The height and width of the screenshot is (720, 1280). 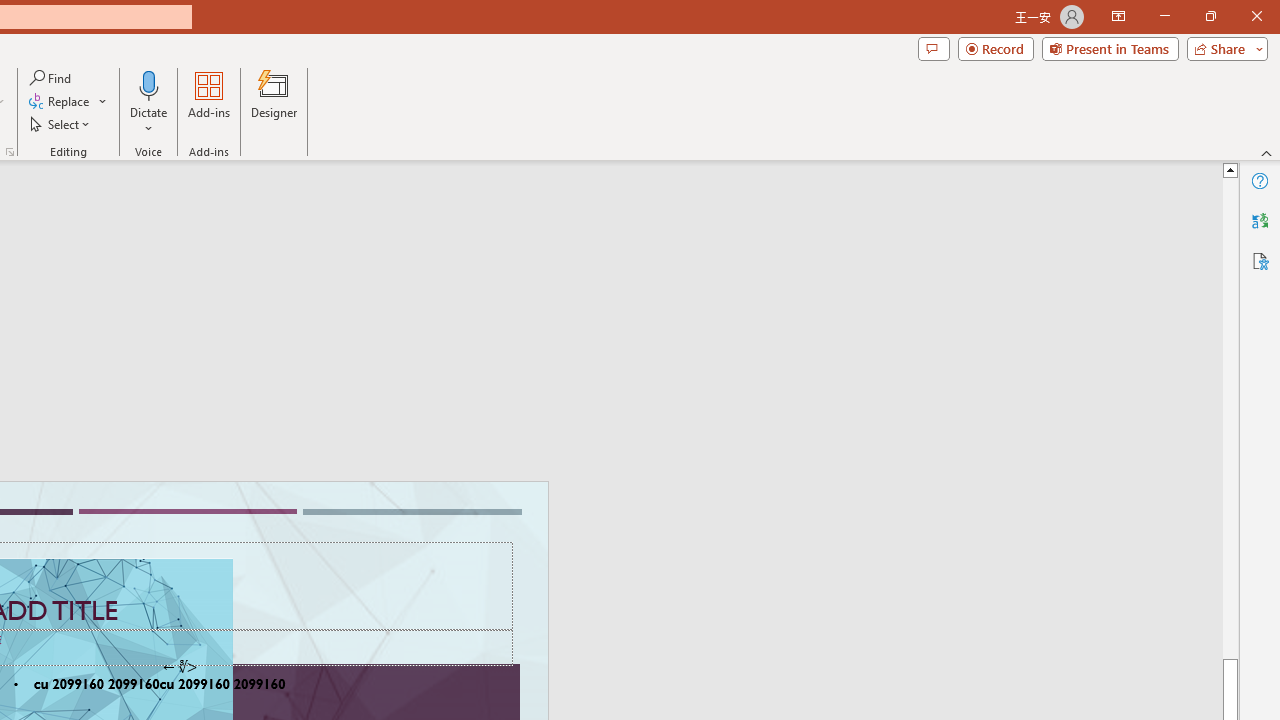 I want to click on 'Ribbon Display Options', so click(x=1117, y=16).